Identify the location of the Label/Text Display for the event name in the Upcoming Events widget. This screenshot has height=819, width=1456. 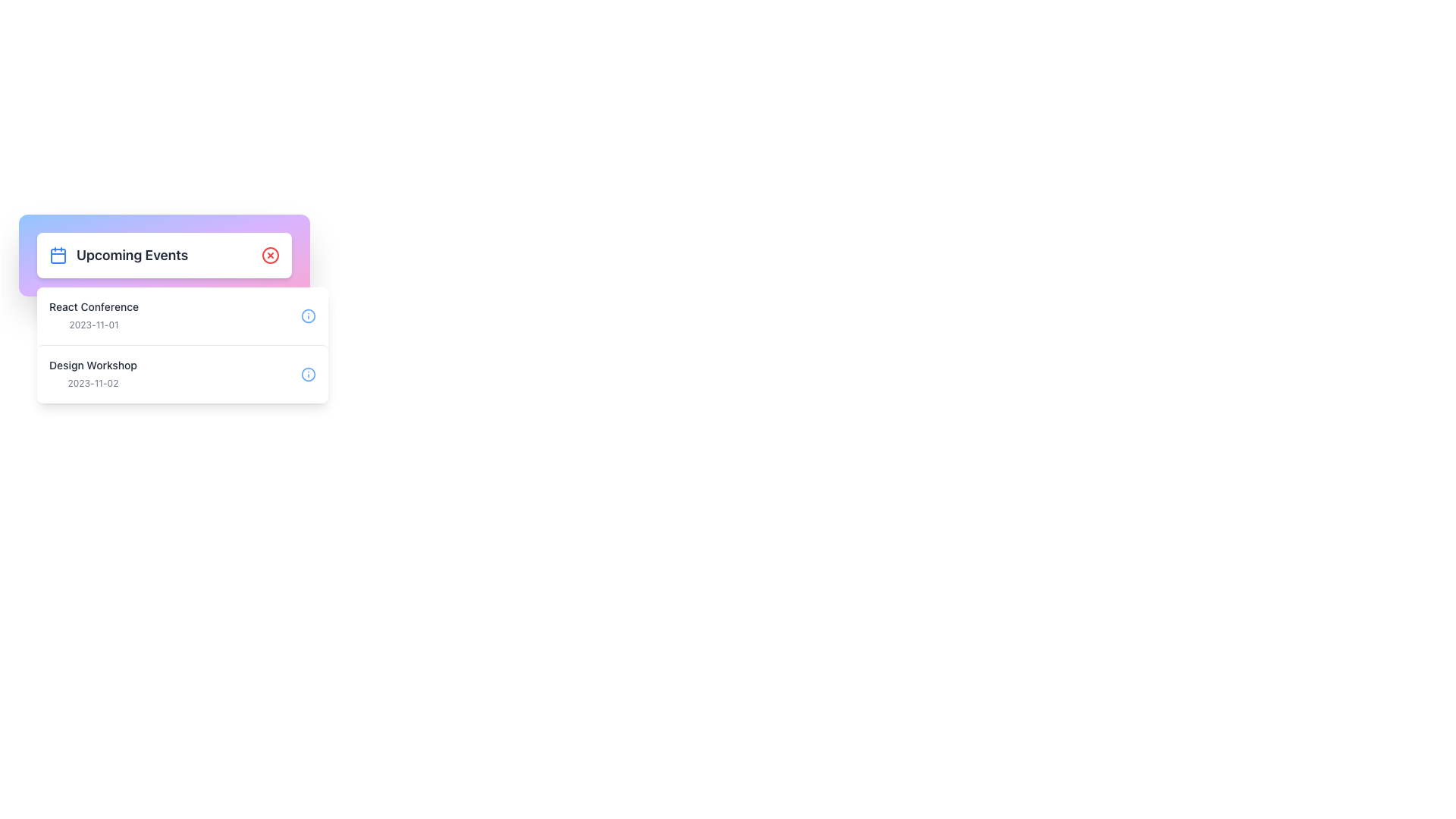
(92, 366).